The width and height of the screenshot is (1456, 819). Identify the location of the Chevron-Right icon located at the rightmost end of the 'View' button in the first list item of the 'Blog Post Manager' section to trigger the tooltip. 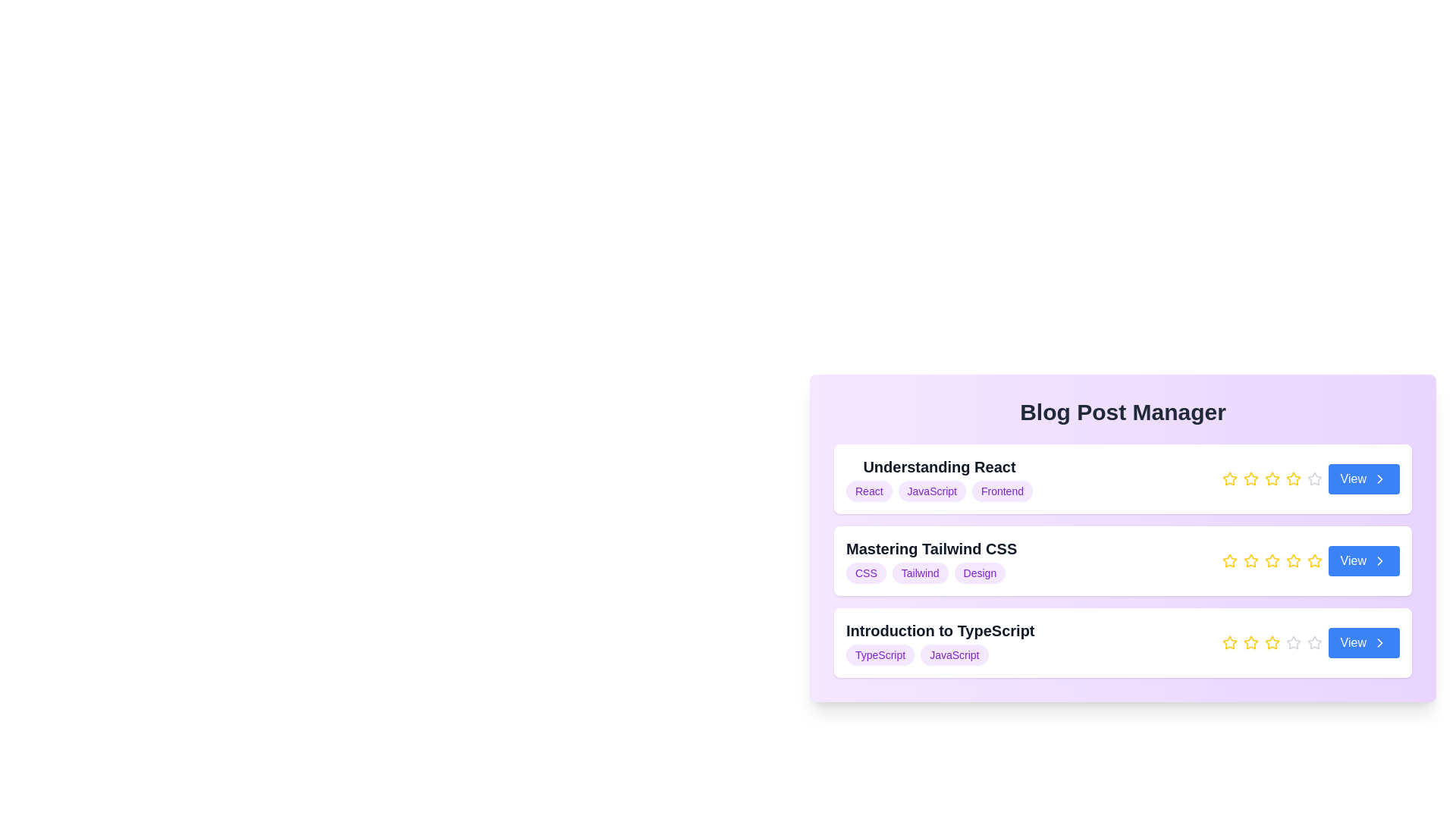
(1379, 479).